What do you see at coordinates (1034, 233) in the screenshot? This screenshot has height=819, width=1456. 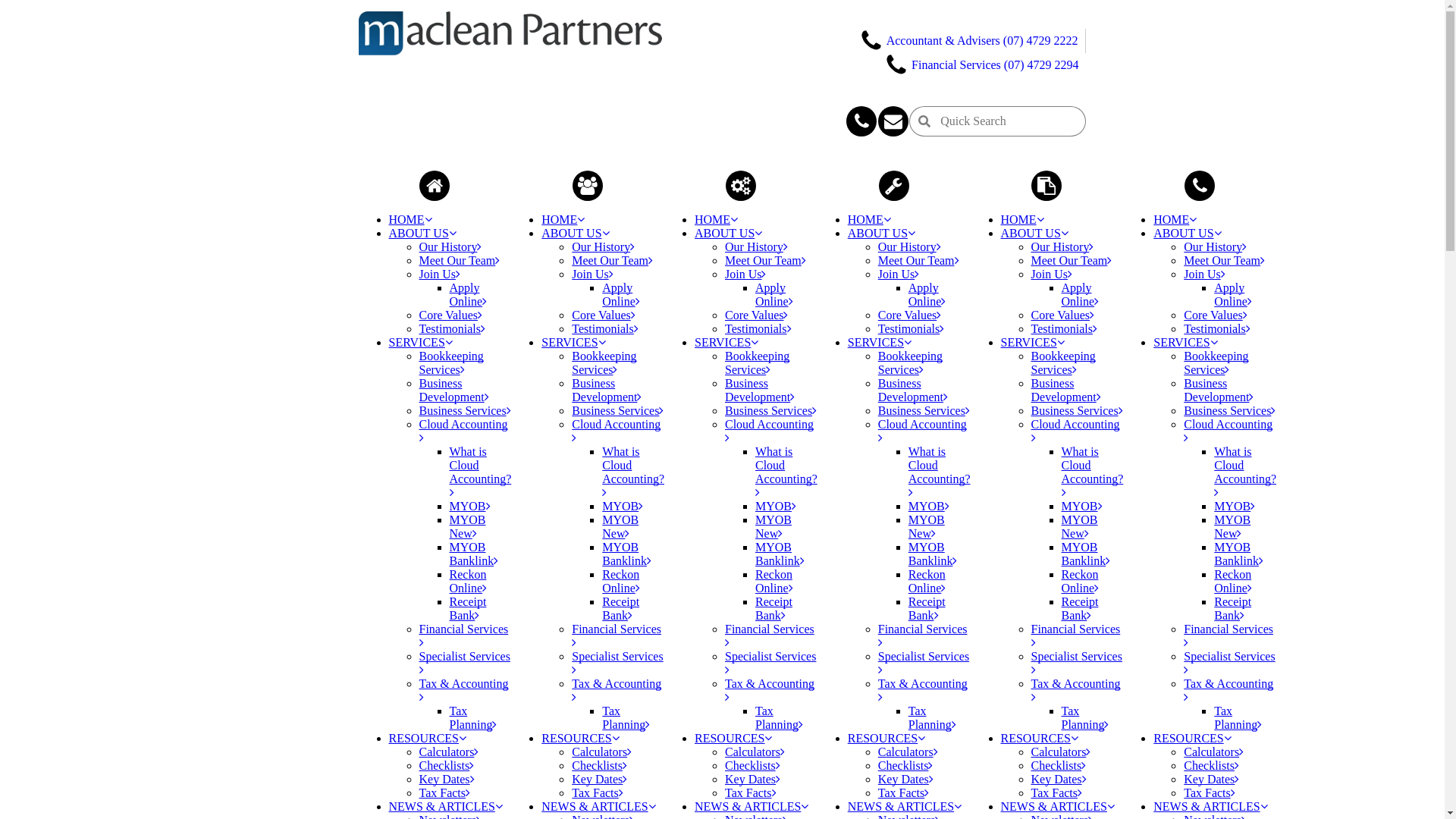 I see `'ABOUT US'` at bounding box center [1034, 233].